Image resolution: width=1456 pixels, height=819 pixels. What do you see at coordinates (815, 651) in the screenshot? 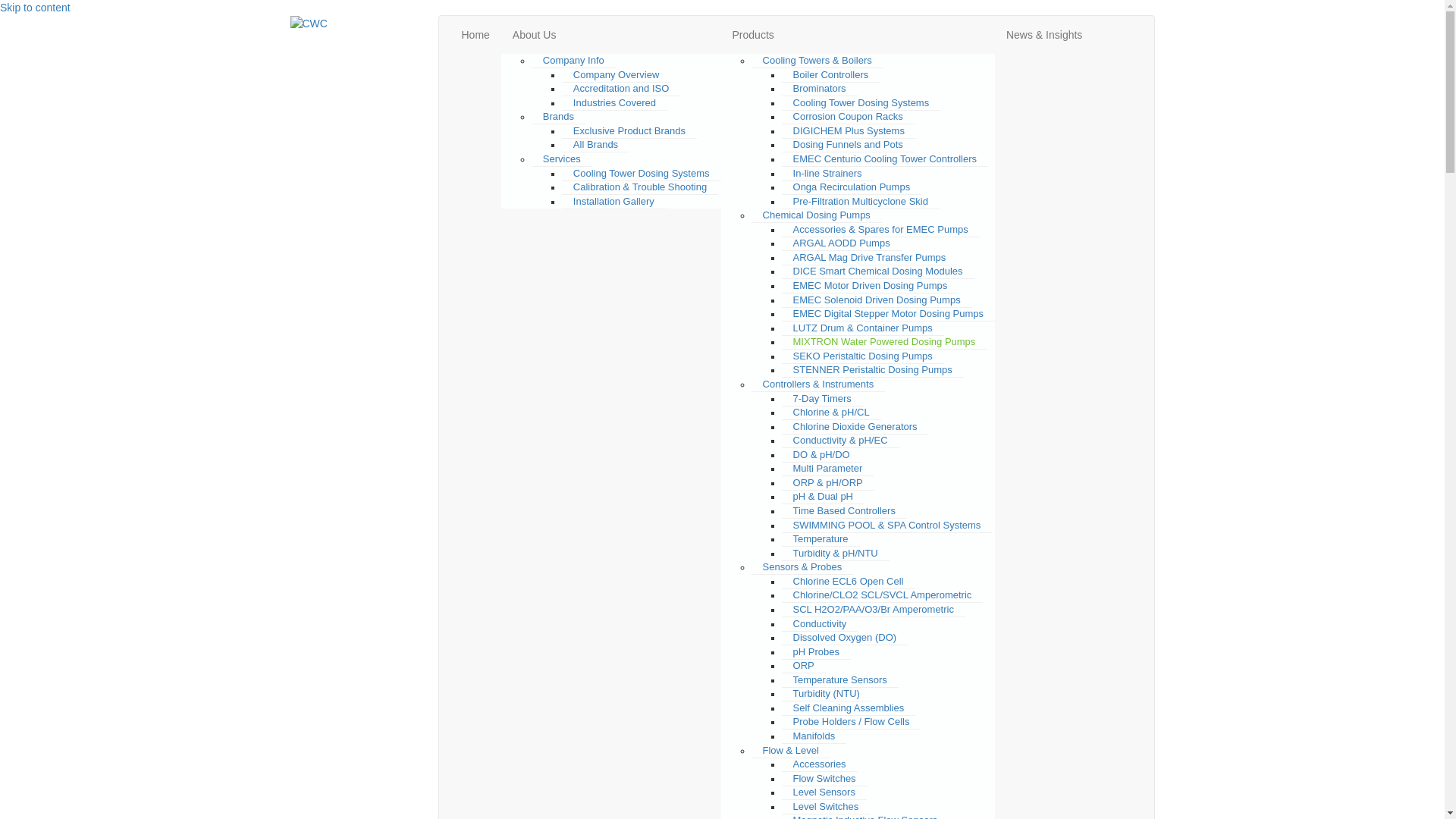
I see `'pH Probes'` at bounding box center [815, 651].